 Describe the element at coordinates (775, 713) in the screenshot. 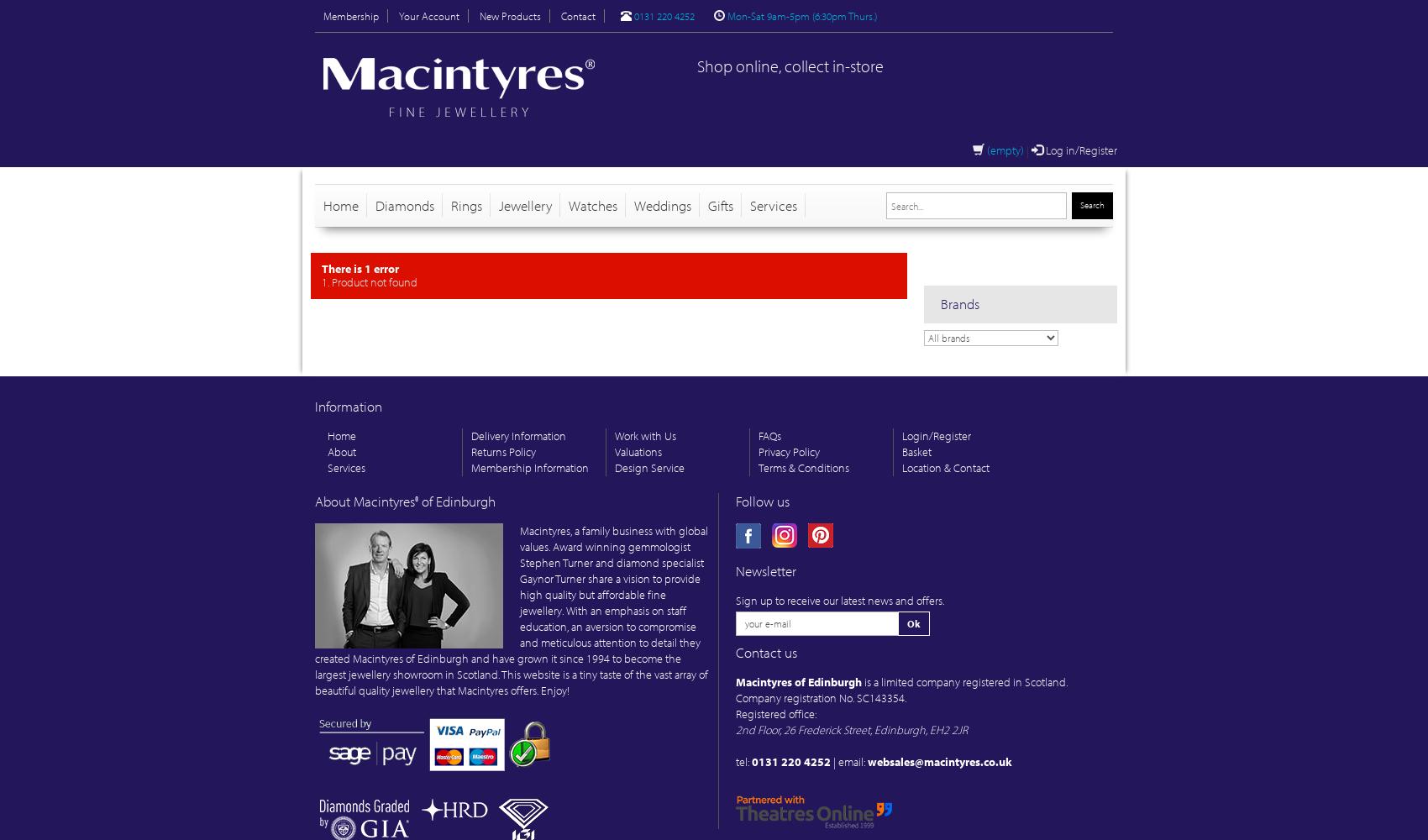

I see `'Registered office:'` at that location.